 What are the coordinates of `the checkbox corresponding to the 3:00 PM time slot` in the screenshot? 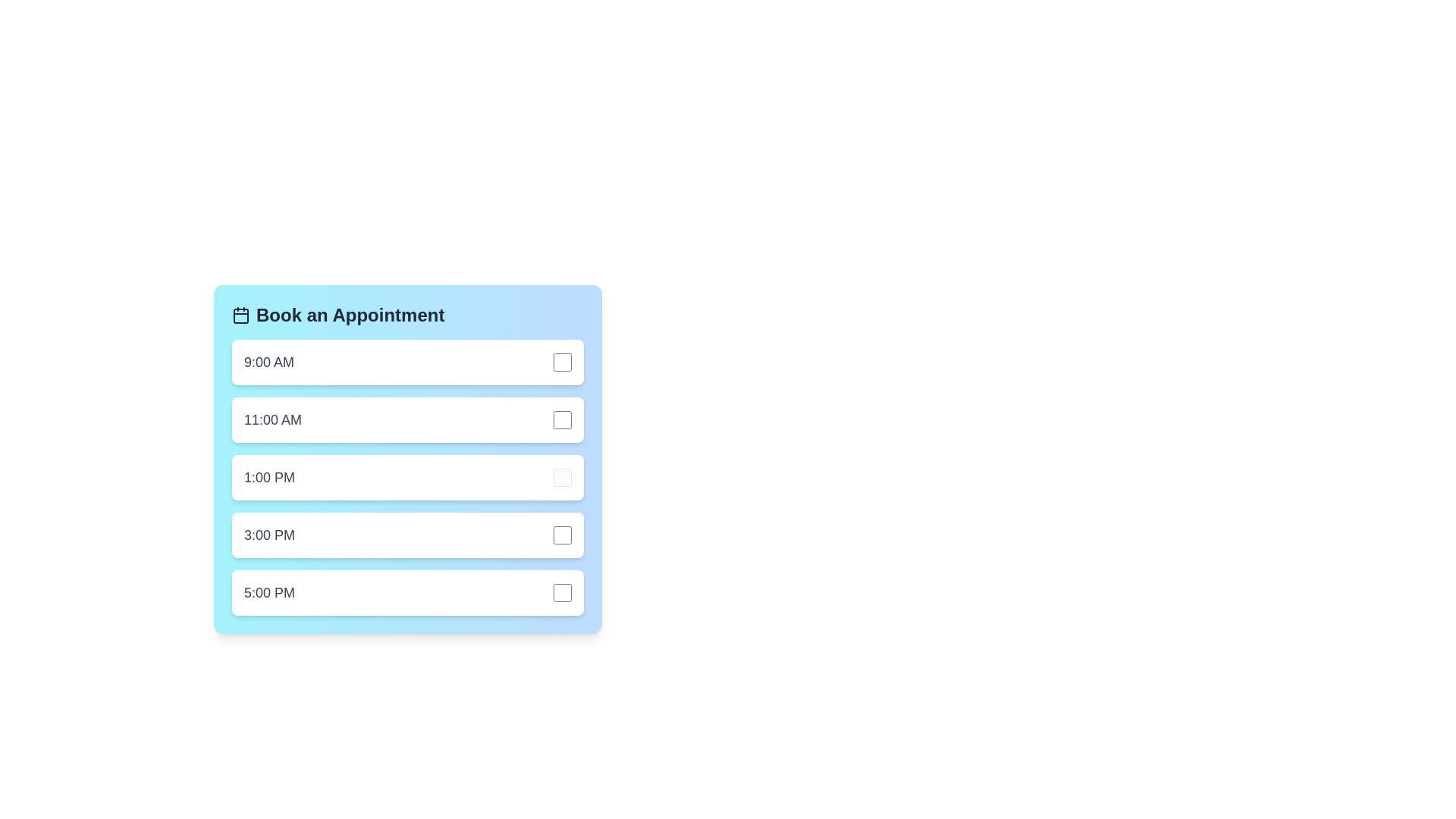 It's located at (562, 534).